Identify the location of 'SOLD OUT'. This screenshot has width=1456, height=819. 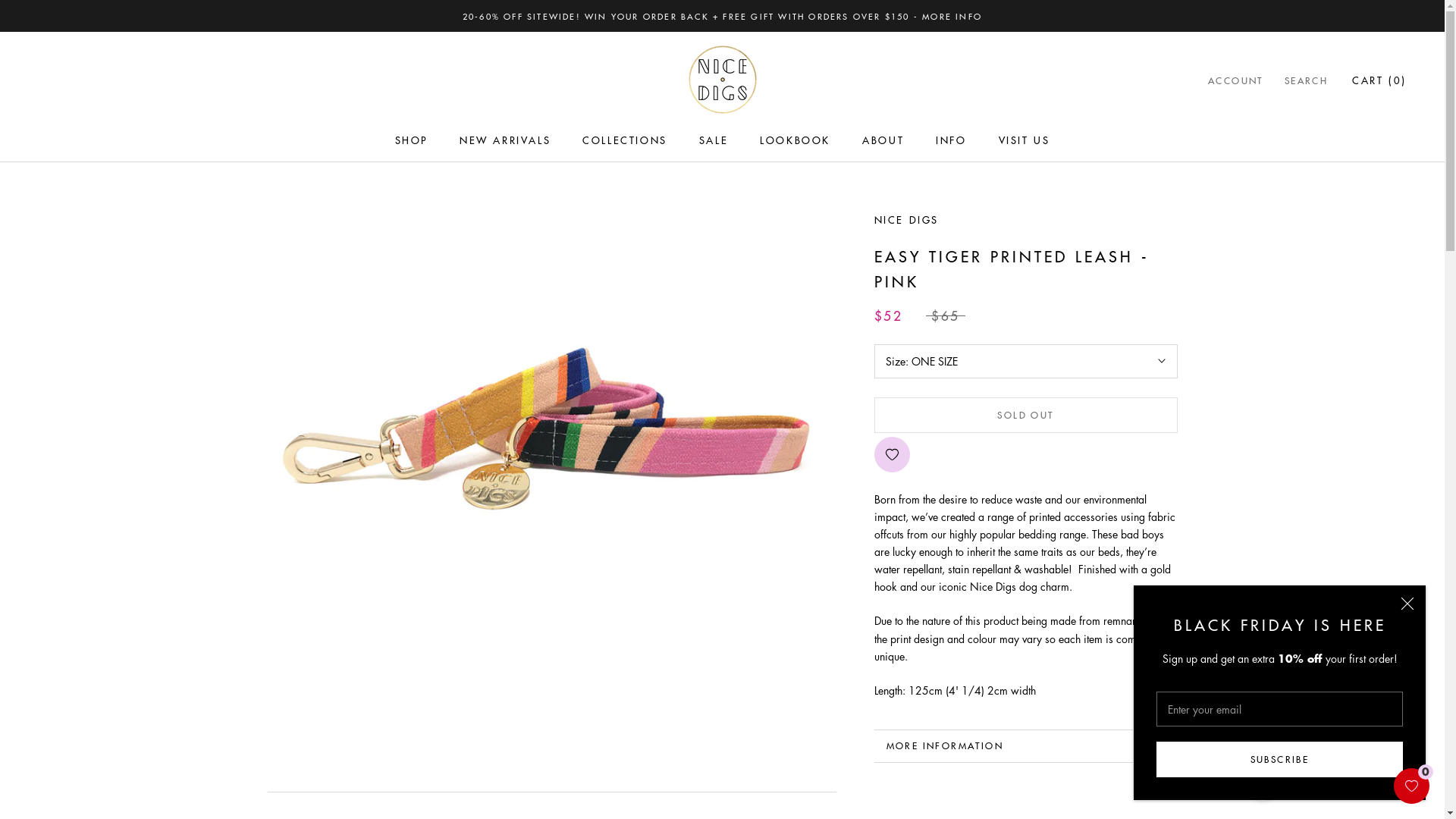
(1025, 415).